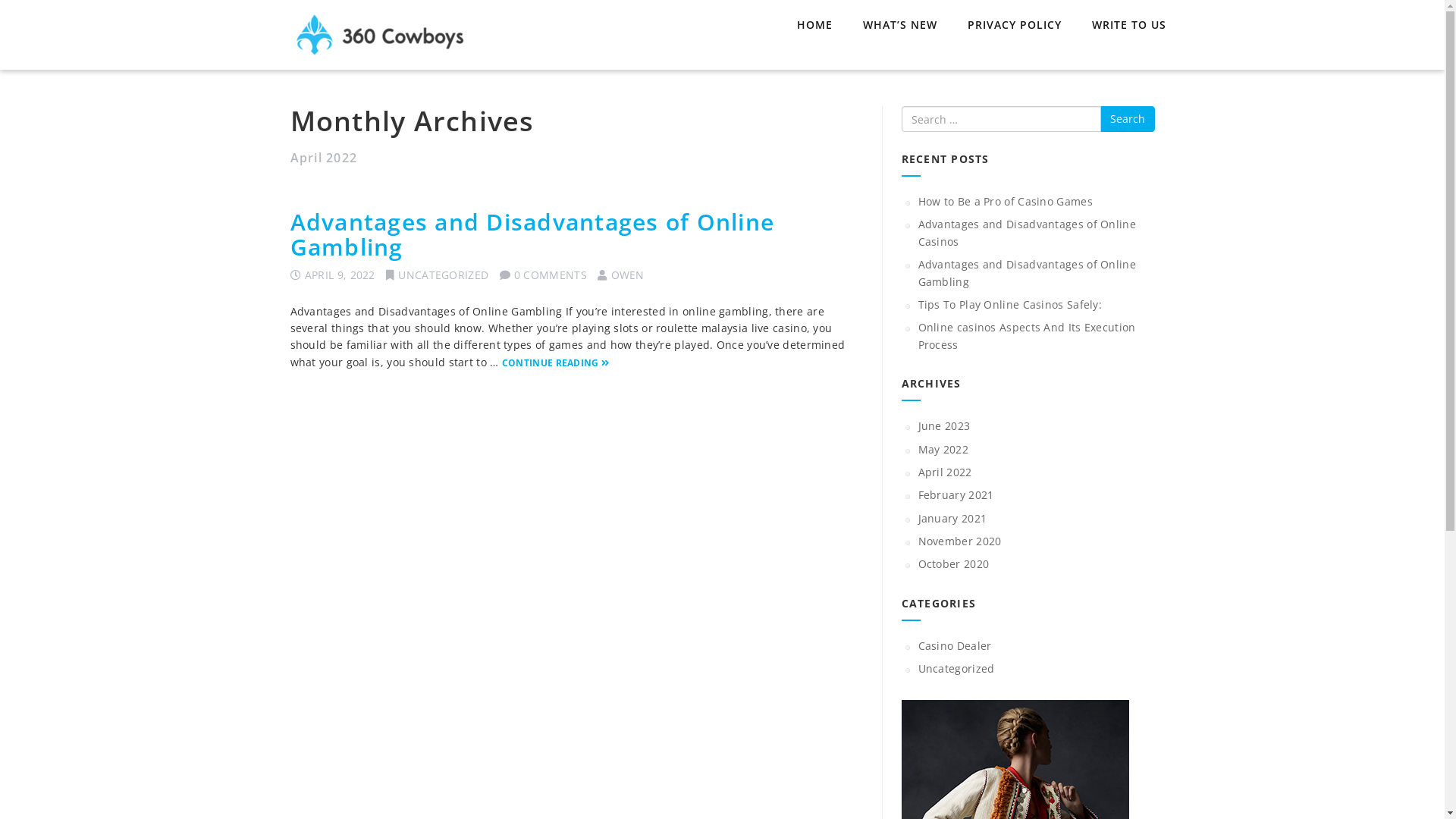 The image size is (1456, 819). I want to click on 'Online casinos Aspects And Its Execution Process', so click(1026, 334).